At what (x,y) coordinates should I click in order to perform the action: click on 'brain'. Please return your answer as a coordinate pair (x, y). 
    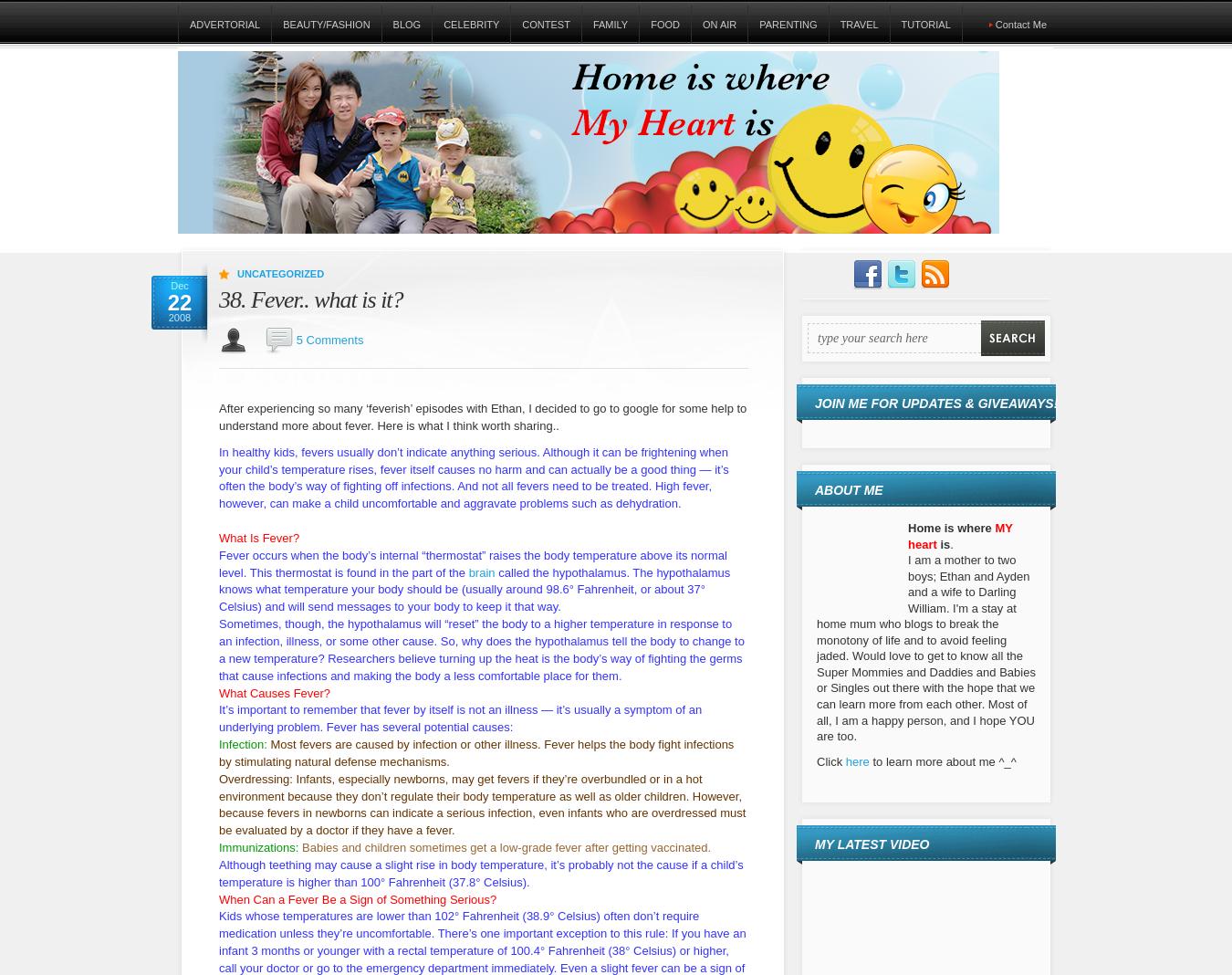
    Looking at the image, I should click on (467, 571).